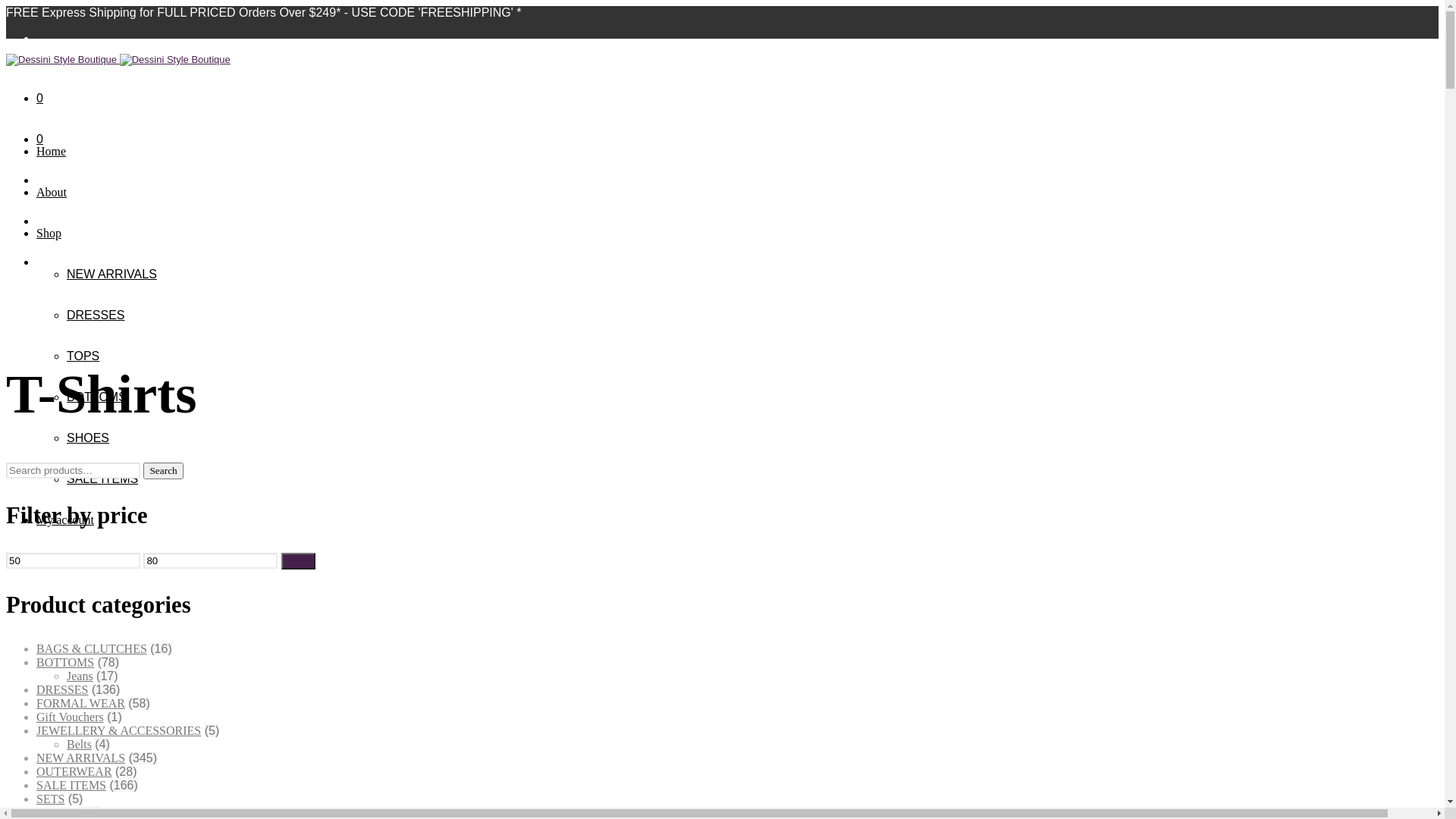 This screenshot has height=819, width=1456. What do you see at coordinates (50, 798) in the screenshot?
I see `'SETS'` at bounding box center [50, 798].